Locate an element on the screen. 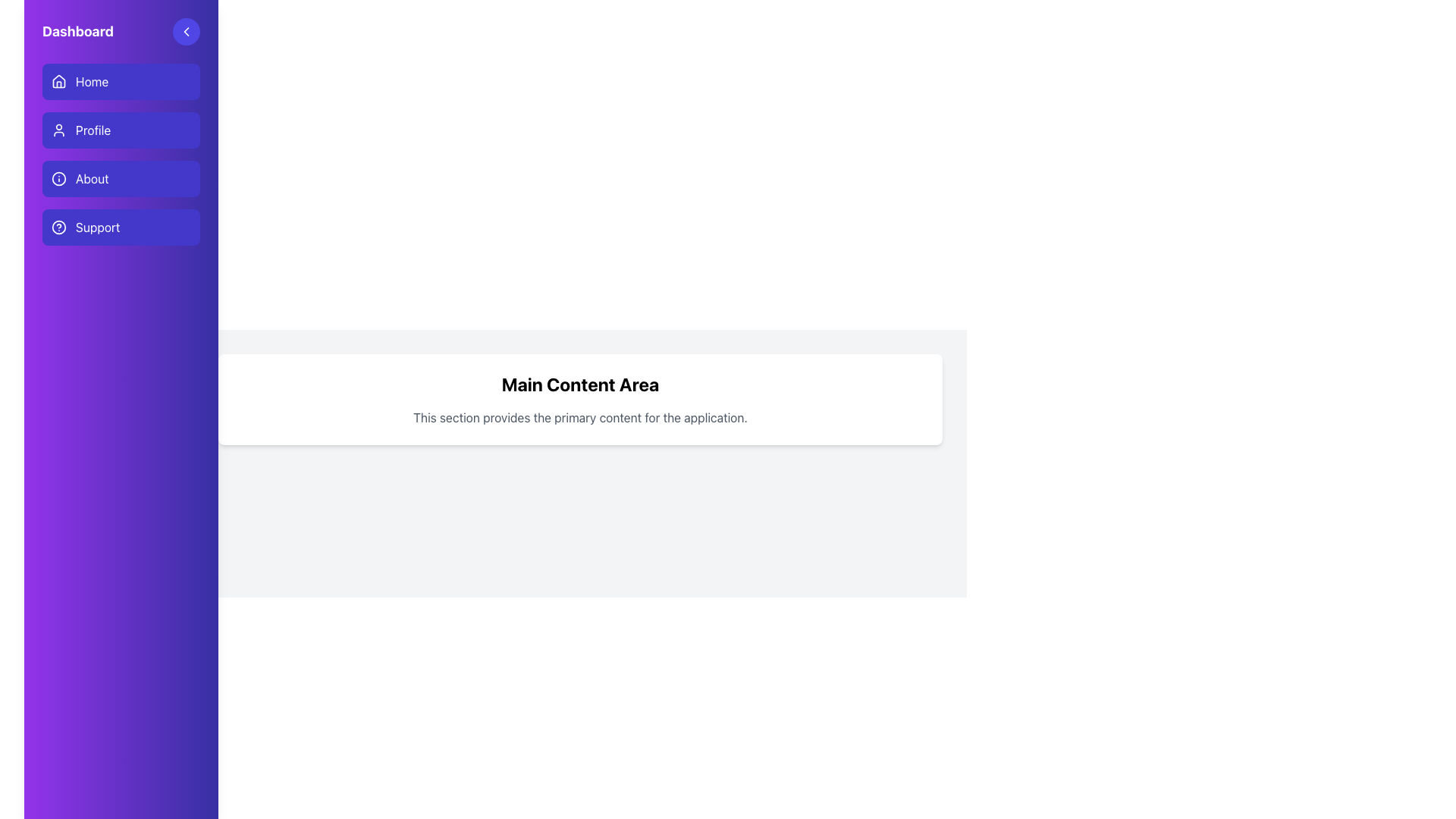 Image resolution: width=1456 pixels, height=819 pixels. the user profile icon, which is characterized by a circular head and shoulders, styled with thin lines and rendered in white color against a violet button-like background, located within the 'Profile' button on the left vertical navigation bar is located at coordinates (58, 130).